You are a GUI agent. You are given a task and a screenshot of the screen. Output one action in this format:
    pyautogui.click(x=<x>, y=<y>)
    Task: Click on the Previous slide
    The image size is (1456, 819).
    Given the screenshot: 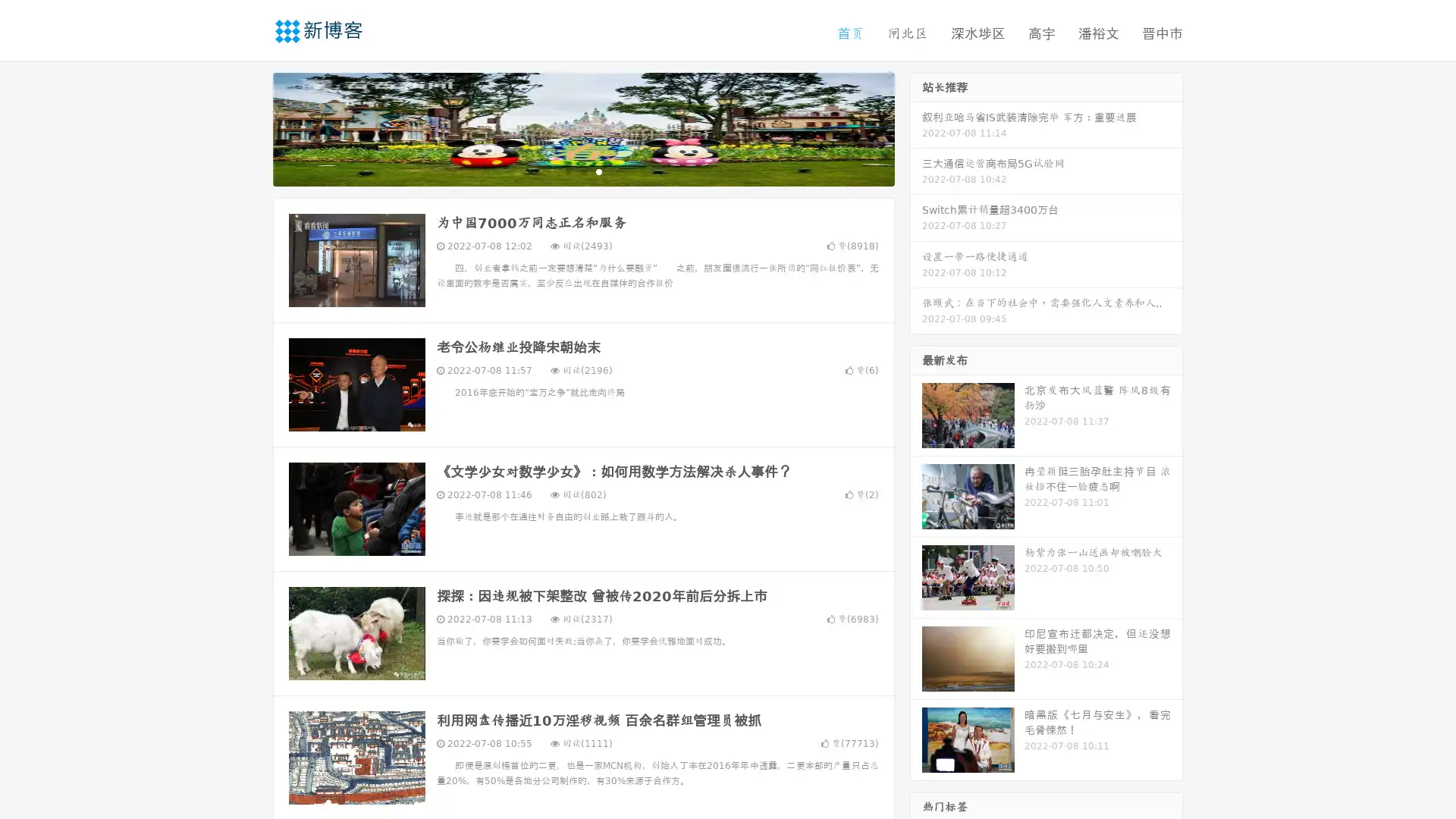 What is the action you would take?
    pyautogui.click(x=250, y=127)
    